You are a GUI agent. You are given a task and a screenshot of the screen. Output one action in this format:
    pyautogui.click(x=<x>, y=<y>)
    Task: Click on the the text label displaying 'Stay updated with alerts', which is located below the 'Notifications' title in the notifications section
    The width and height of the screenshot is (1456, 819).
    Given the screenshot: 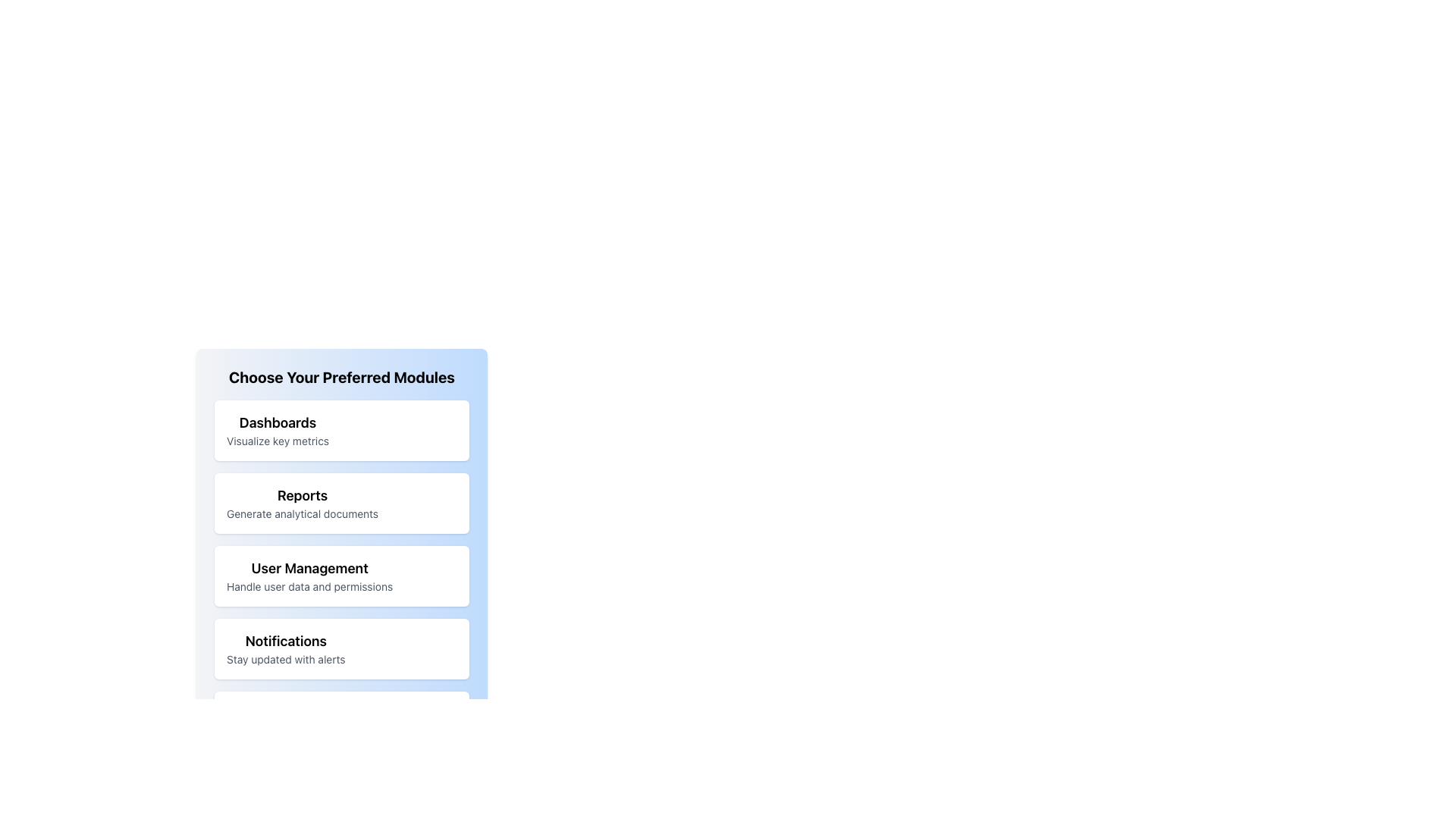 What is the action you would take?
    pyautogui.click(x=286, y=659)
    